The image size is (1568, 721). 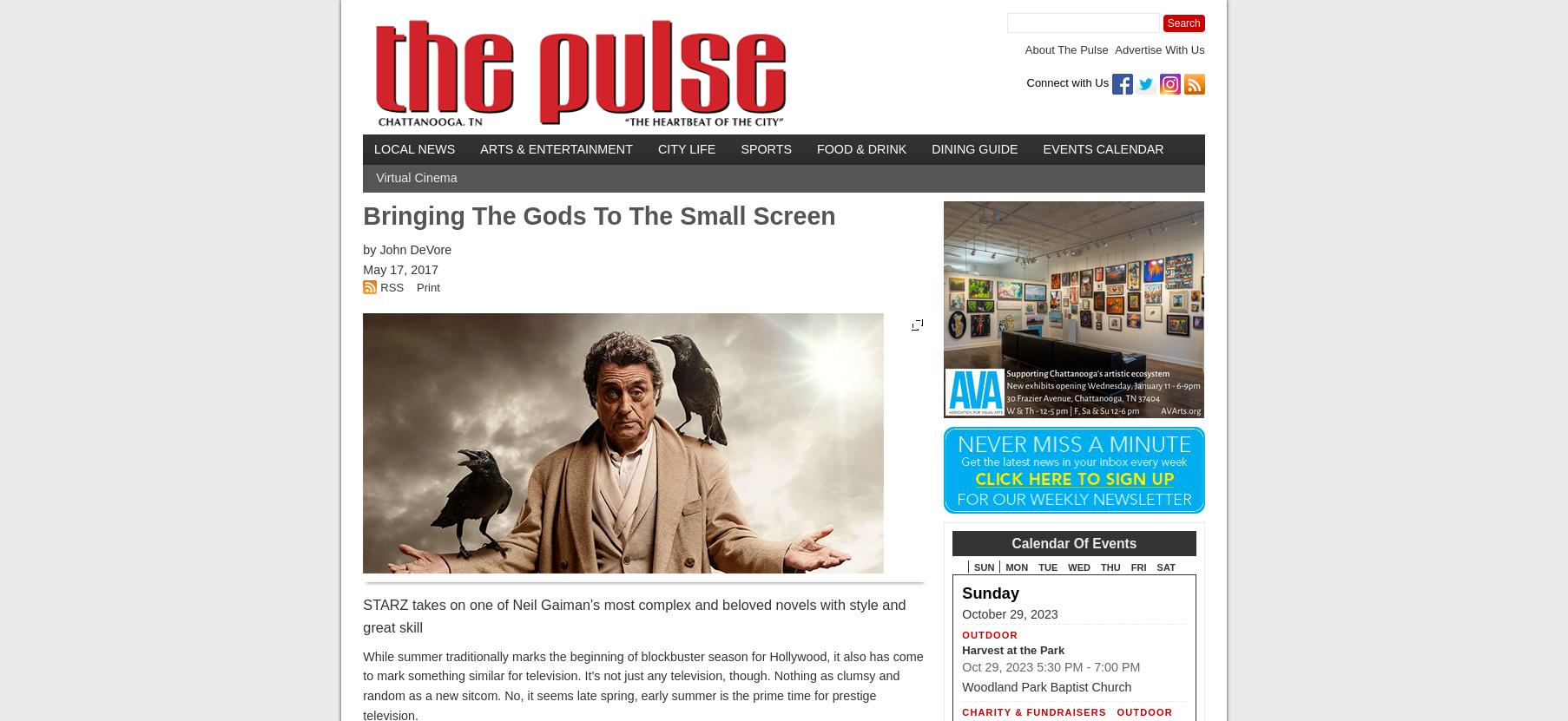 What do you see at coordinates (1183, 23) in the screenshot?
I see `'Search'` at bounding box center [1183, 23].